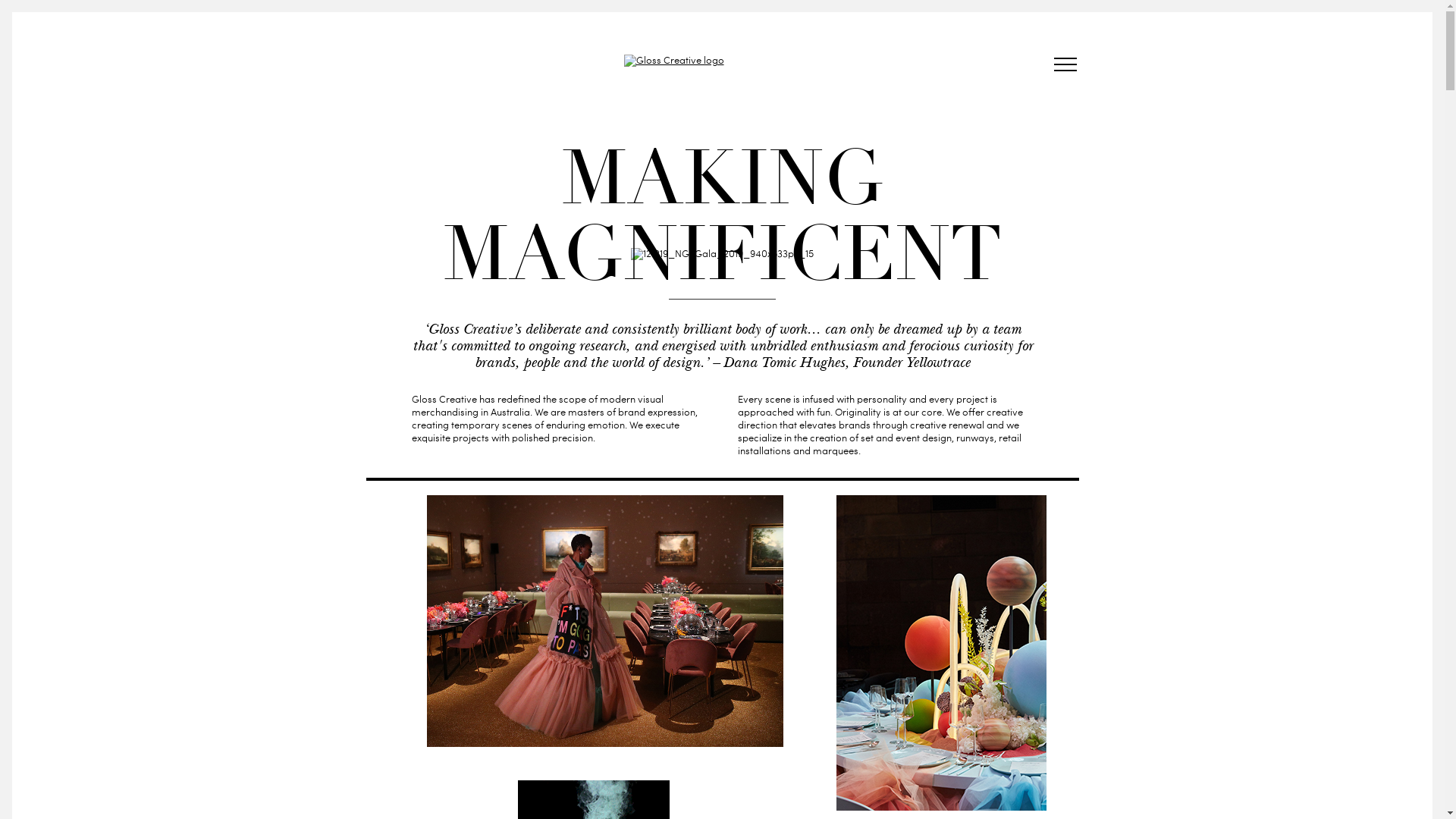 Image resolution: width=1456 pixels, height=819 pixels. I want to click on 'Menu', so click(1047, 66).